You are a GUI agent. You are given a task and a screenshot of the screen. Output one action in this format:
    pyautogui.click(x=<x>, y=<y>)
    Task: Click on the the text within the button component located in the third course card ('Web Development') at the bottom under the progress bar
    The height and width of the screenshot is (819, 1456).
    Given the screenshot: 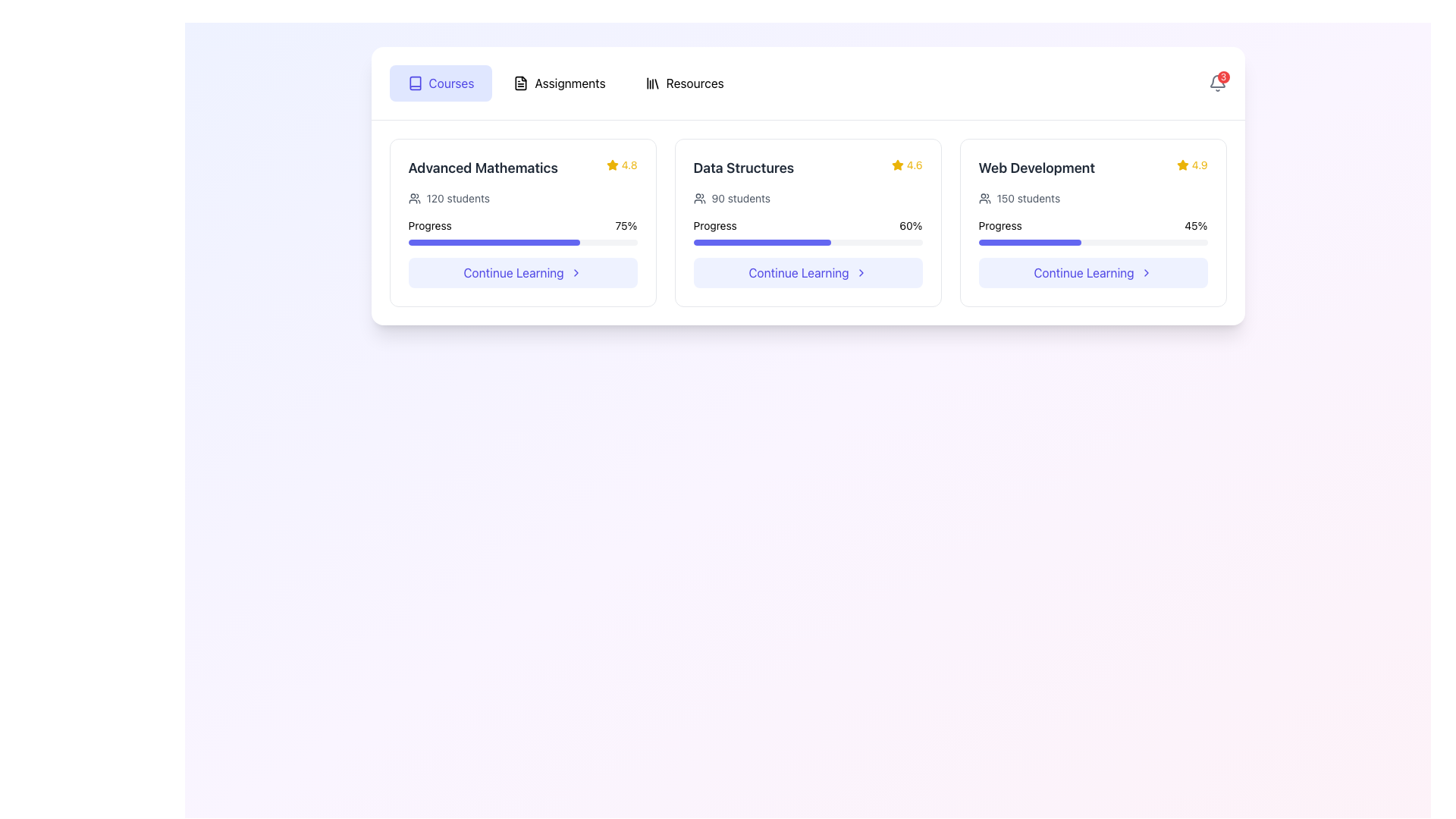 What is the action you would take?
    pyautogui.click(x=1083, y=271)
    